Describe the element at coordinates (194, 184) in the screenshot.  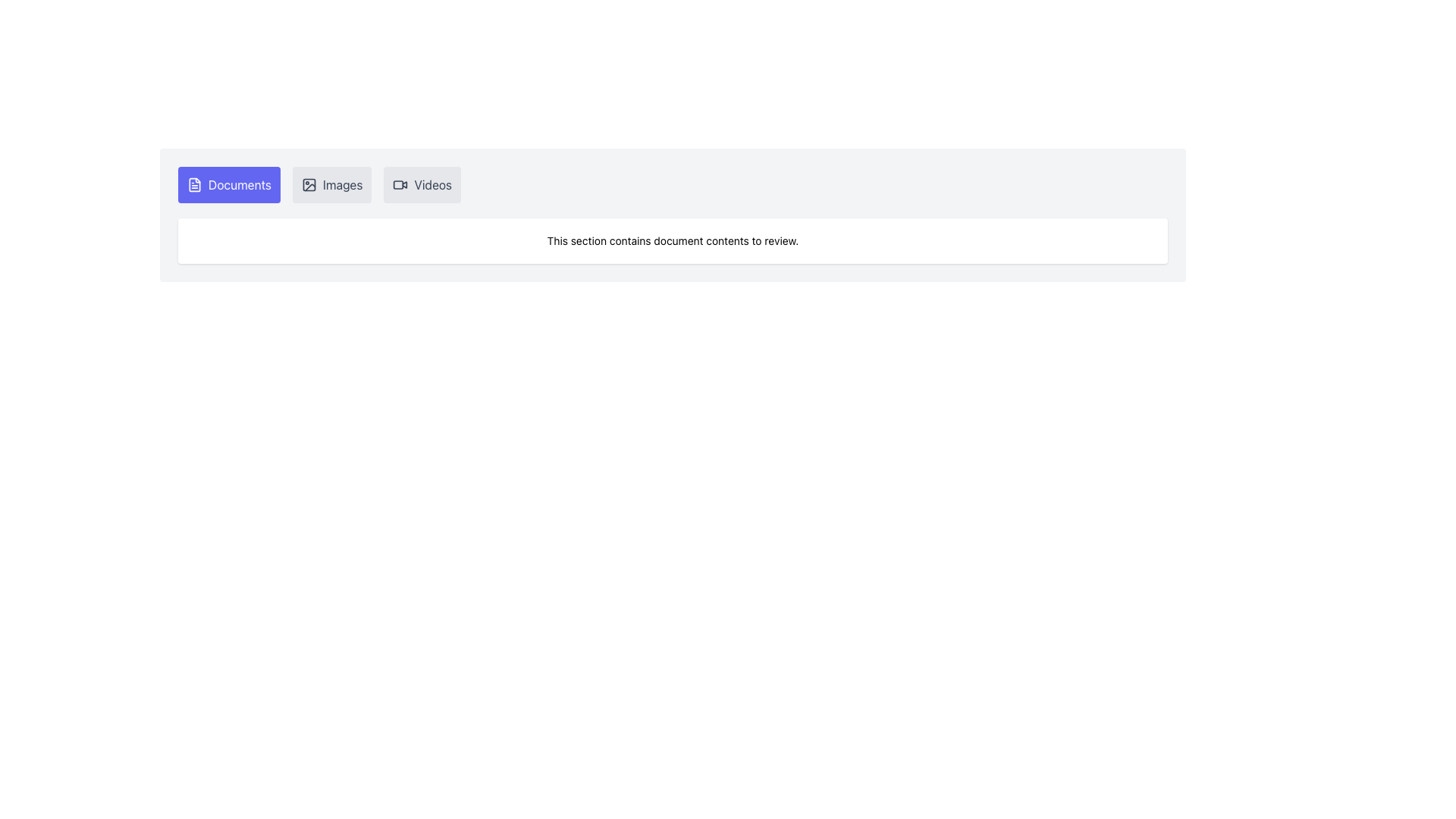
I see `the document icon represented by a small document-like symbol with lines, styled in white against a blue rounded rectangular background, located next to the 'Documents' label` at that location.